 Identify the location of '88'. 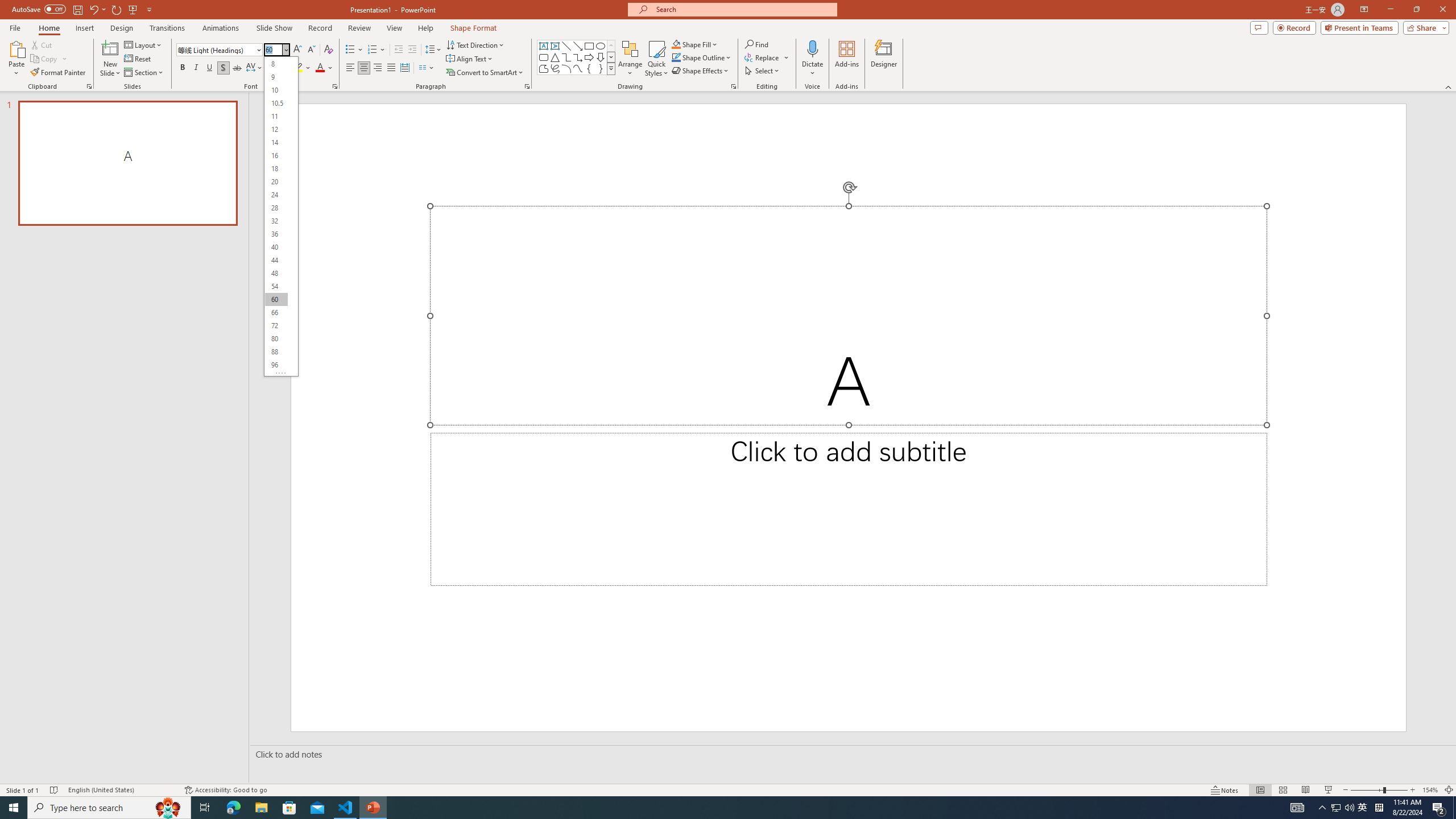
(276, 351).